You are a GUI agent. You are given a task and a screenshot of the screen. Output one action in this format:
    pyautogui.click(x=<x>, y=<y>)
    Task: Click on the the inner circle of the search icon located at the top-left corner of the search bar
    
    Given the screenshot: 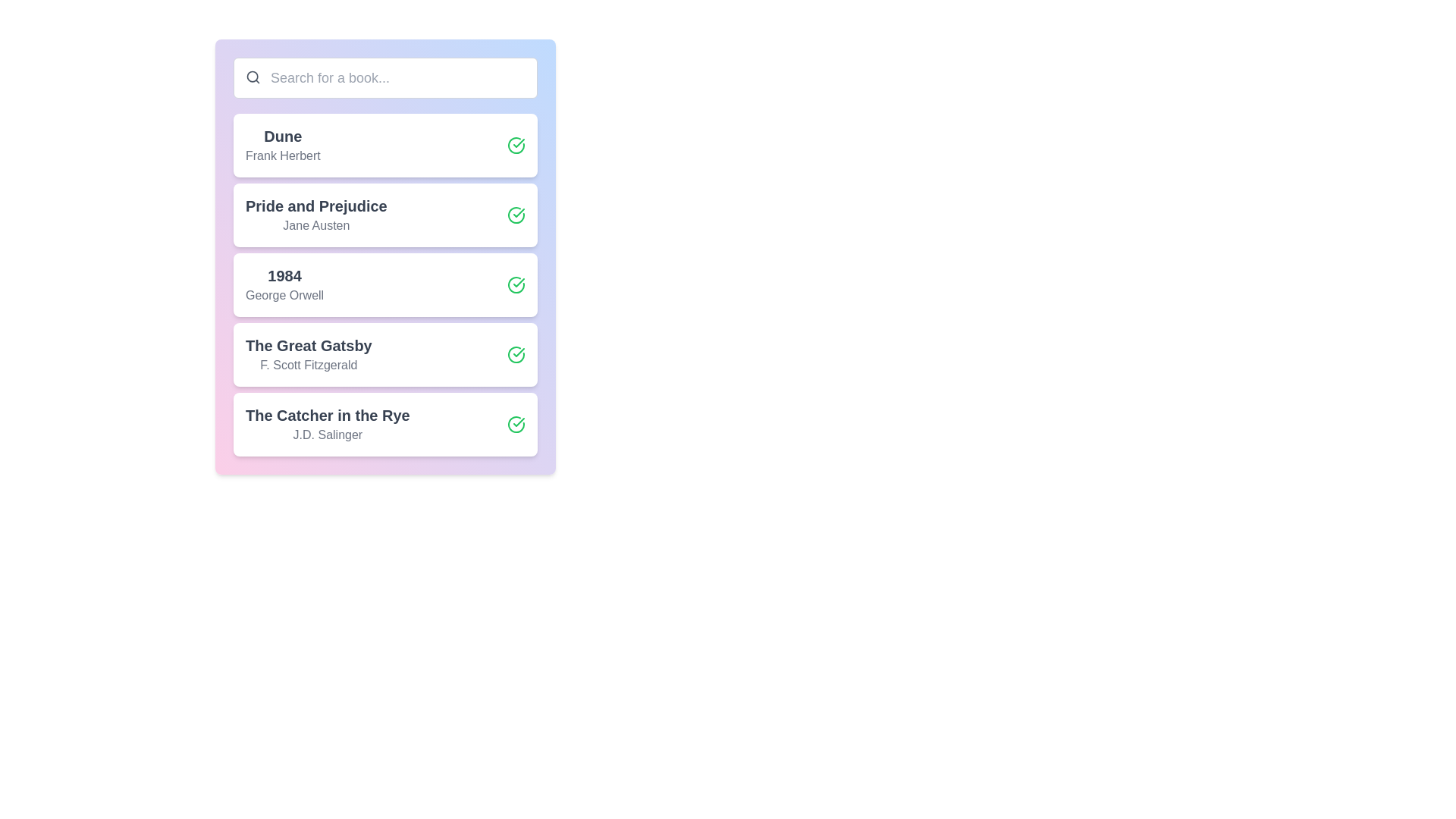 What is the action you would take?
    pyautogui.click(x=253, y=77)
    